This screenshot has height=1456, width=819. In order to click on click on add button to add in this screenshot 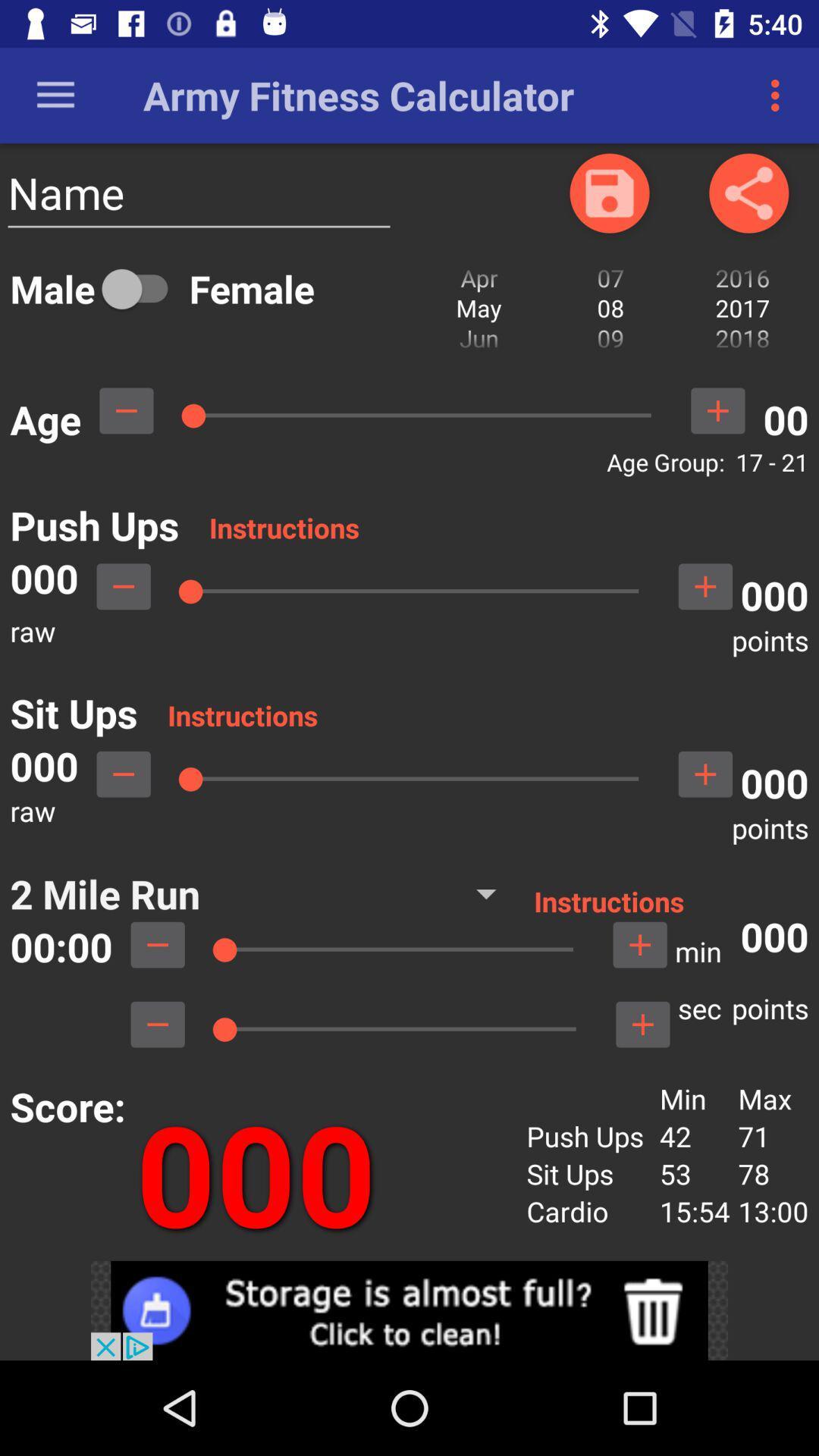, I will do `click(642, 1025)`.